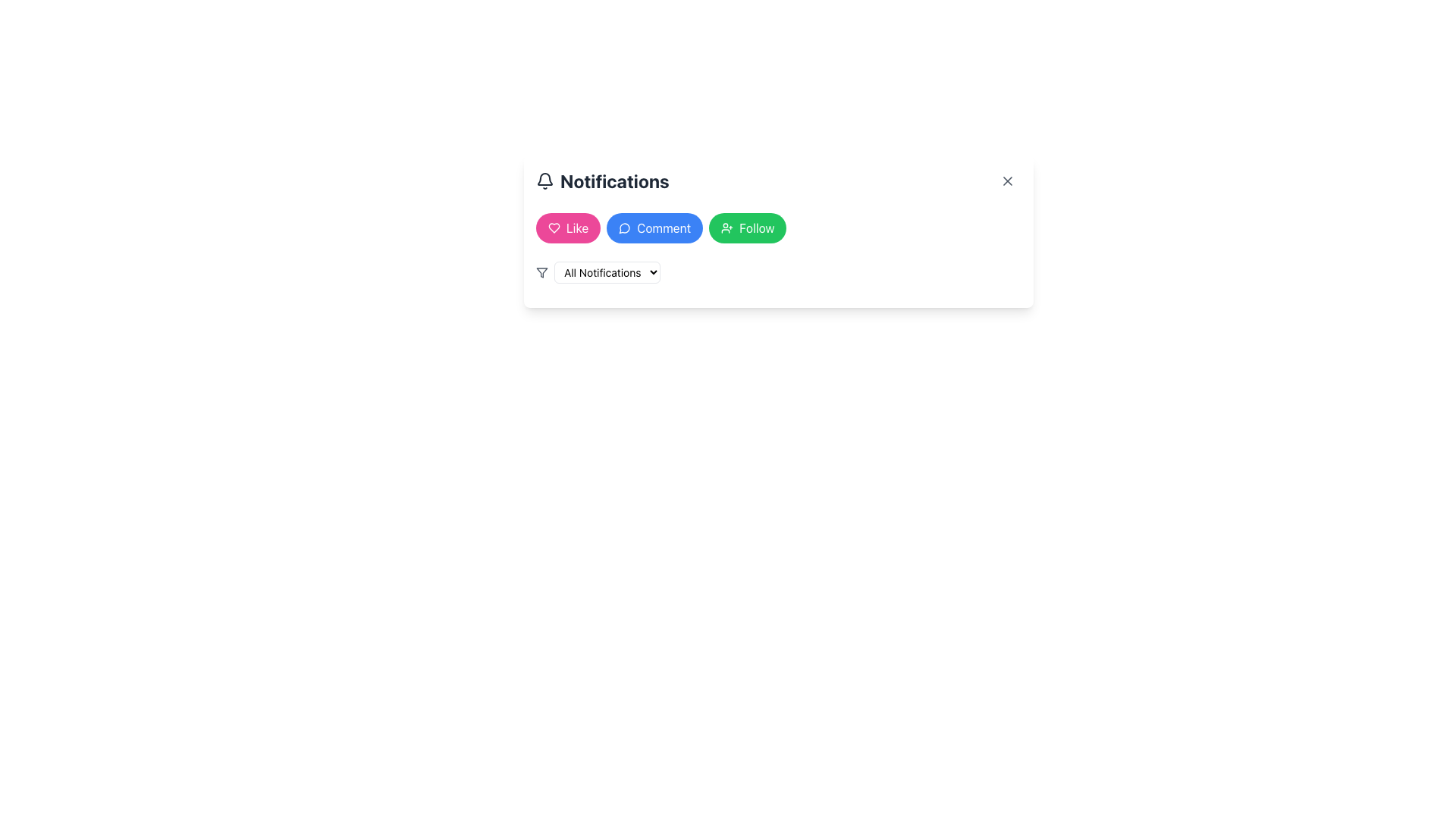  What do you see at coordinates (1008, 180) in the screenshot?
I see `the bold gray 'X' icon in the top-right corner of the white notification card` at bounding box center [1008, 180].